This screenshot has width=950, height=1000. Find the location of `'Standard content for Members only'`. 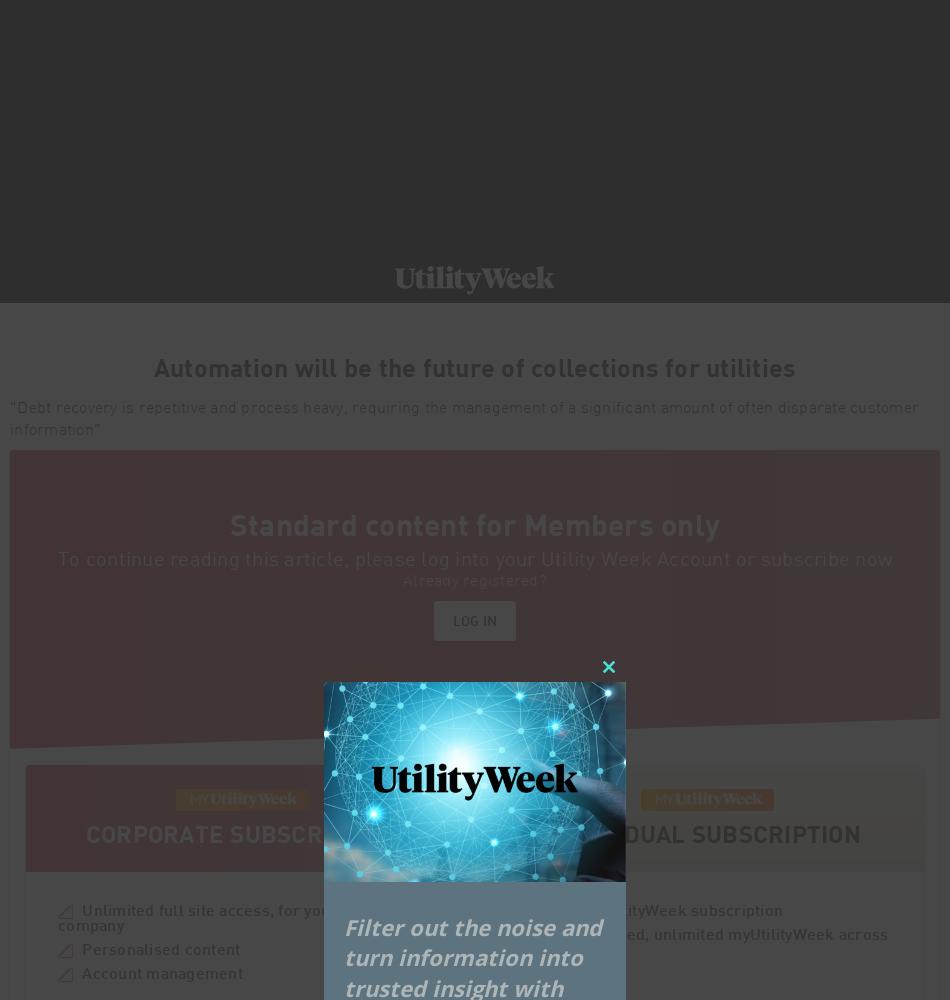

'Standard content for Members only' is located at coordinates (473, 523).